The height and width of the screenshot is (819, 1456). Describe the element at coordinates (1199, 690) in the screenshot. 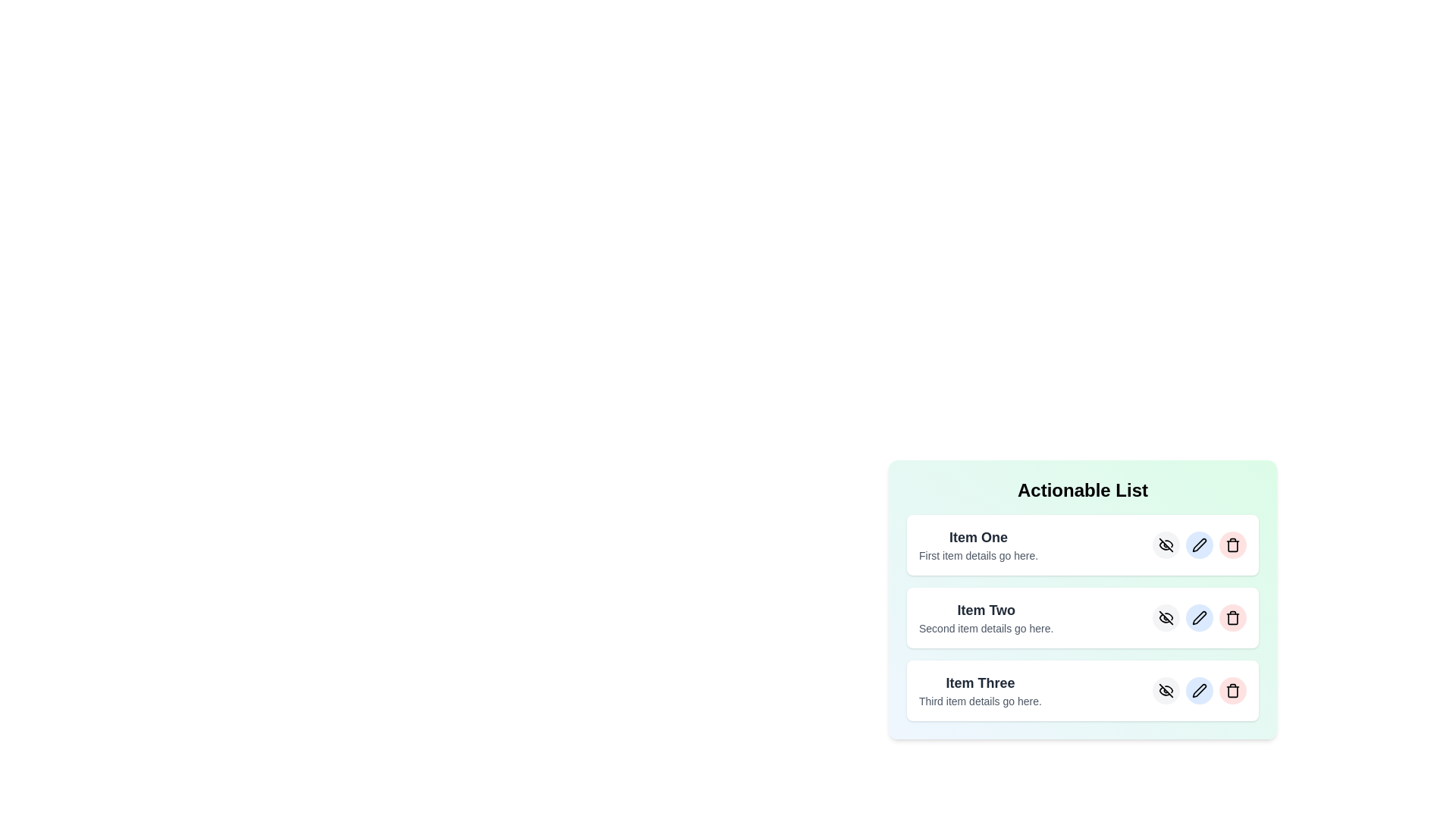

I see `edit button for the item labeled Item Three` at that location.